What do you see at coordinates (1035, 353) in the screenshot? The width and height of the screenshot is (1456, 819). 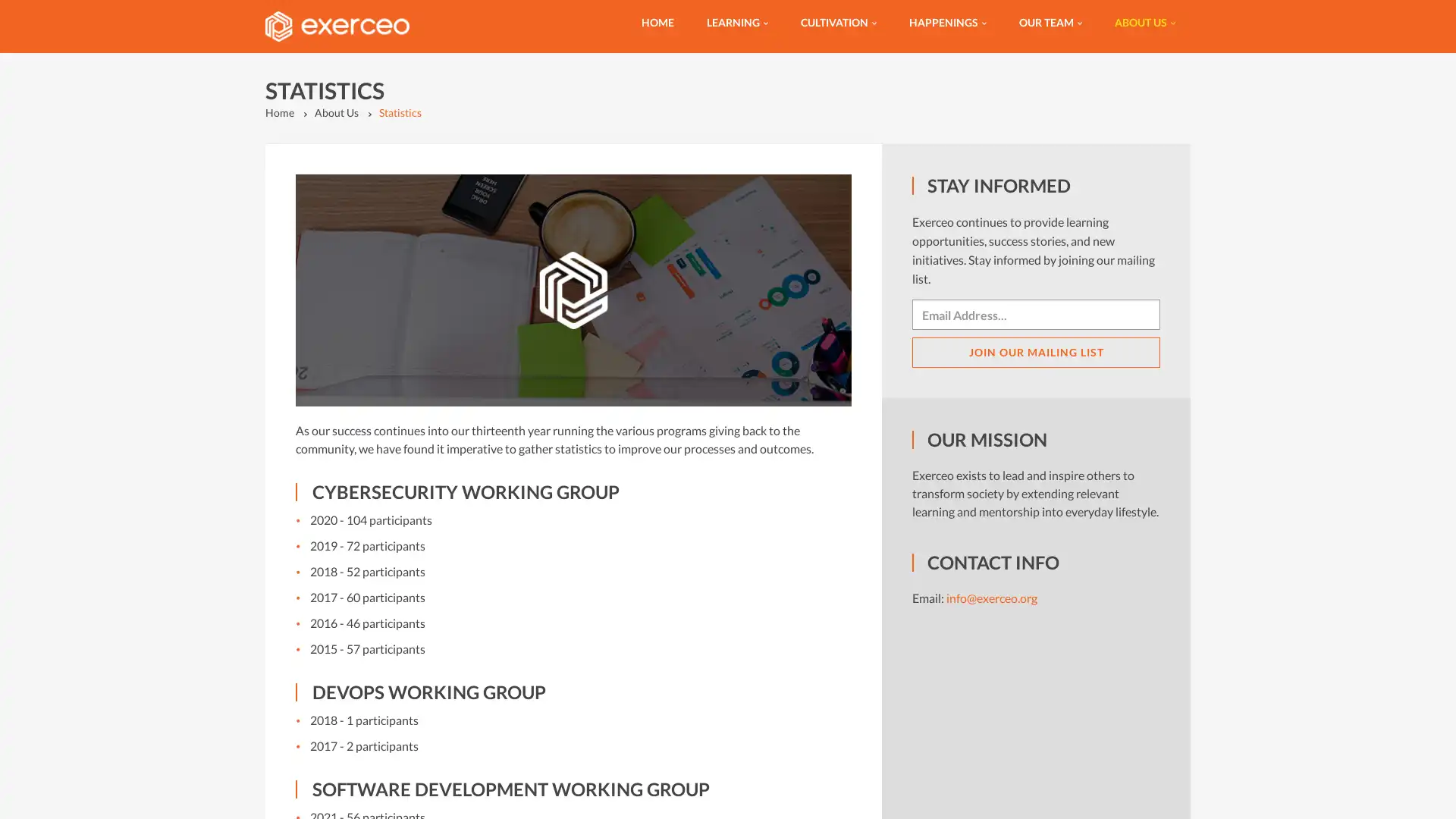 I see `JOIN OUR MAILING LIST` at bounding box center [1035, 353].